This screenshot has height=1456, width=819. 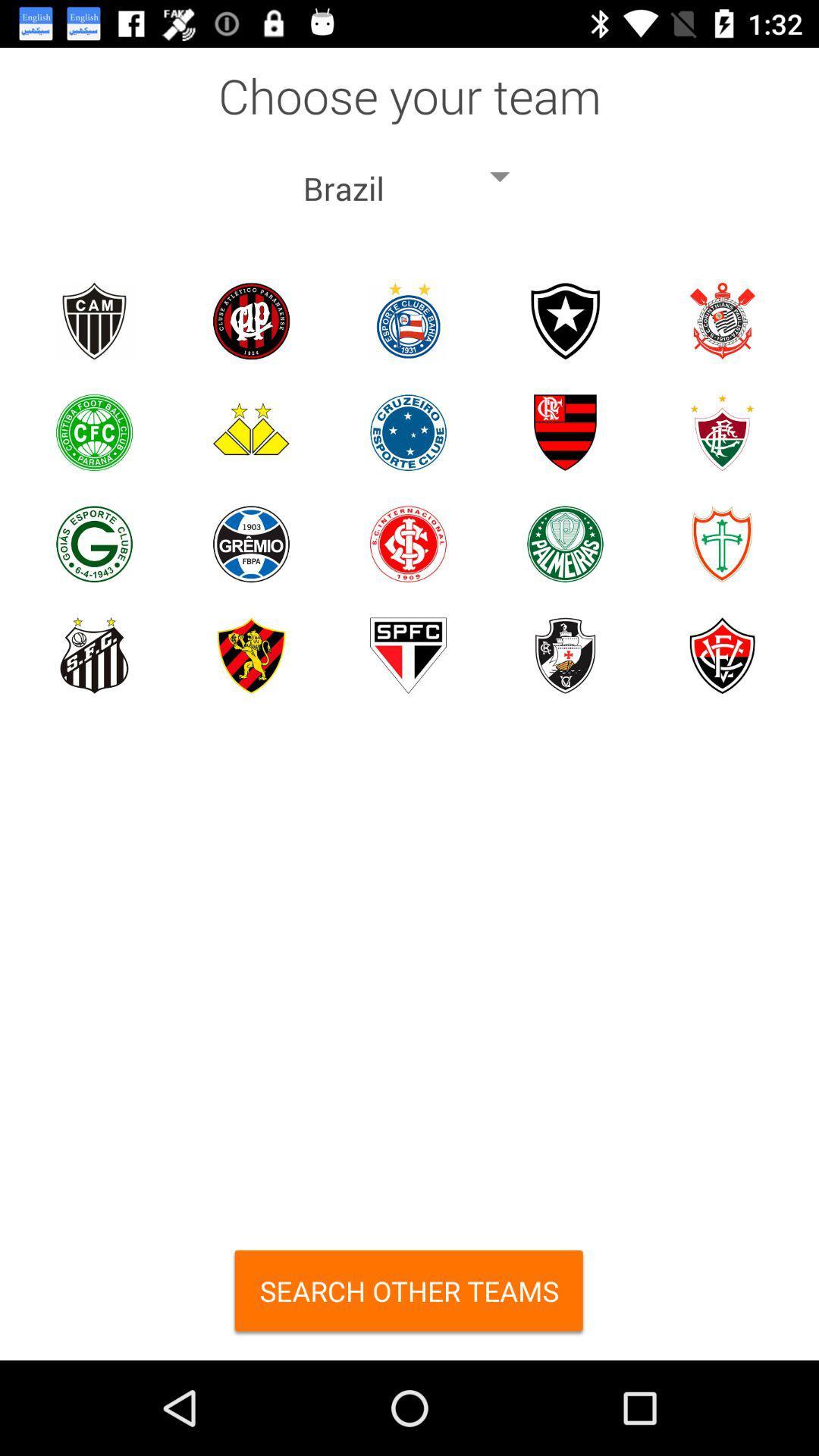 I want to click on shield, so click(x=565, y=431).